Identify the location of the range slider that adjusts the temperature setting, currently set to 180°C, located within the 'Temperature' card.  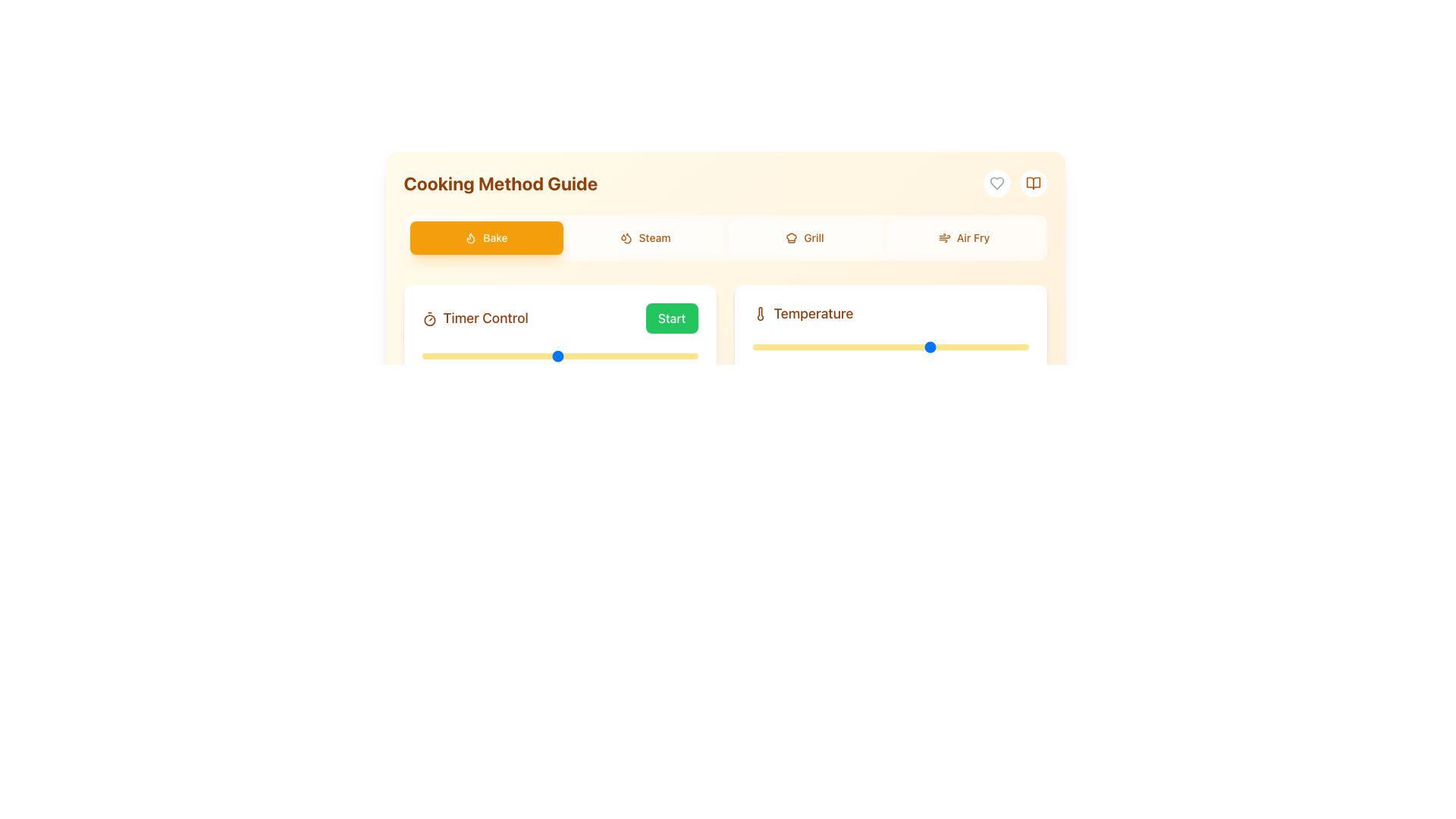
(890, 347).